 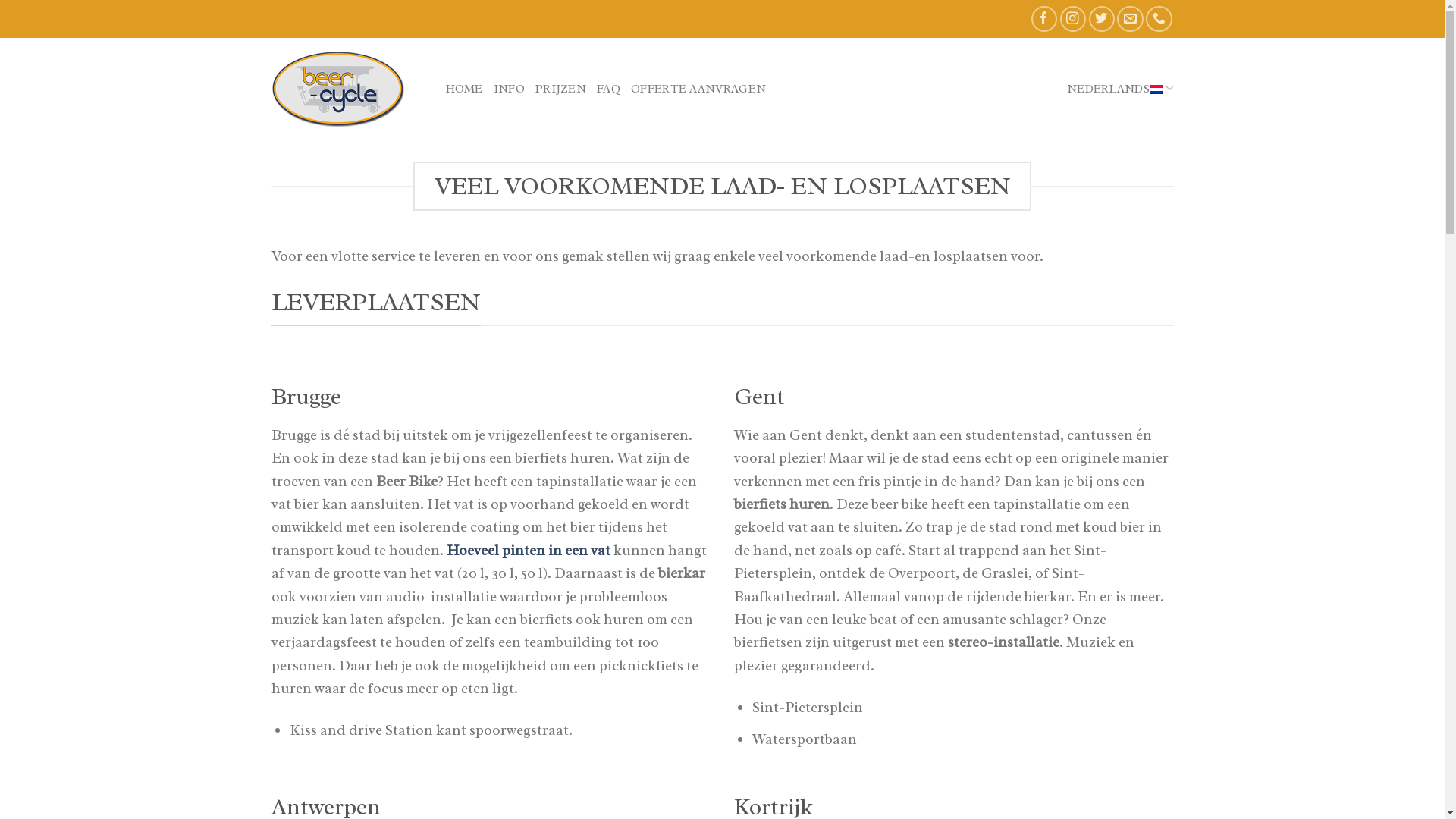 What do you see at coordinates (445, 550) in the screenshot?
I see `'Hoeveel pinten in een vat'` at bounding box center [445, 550].